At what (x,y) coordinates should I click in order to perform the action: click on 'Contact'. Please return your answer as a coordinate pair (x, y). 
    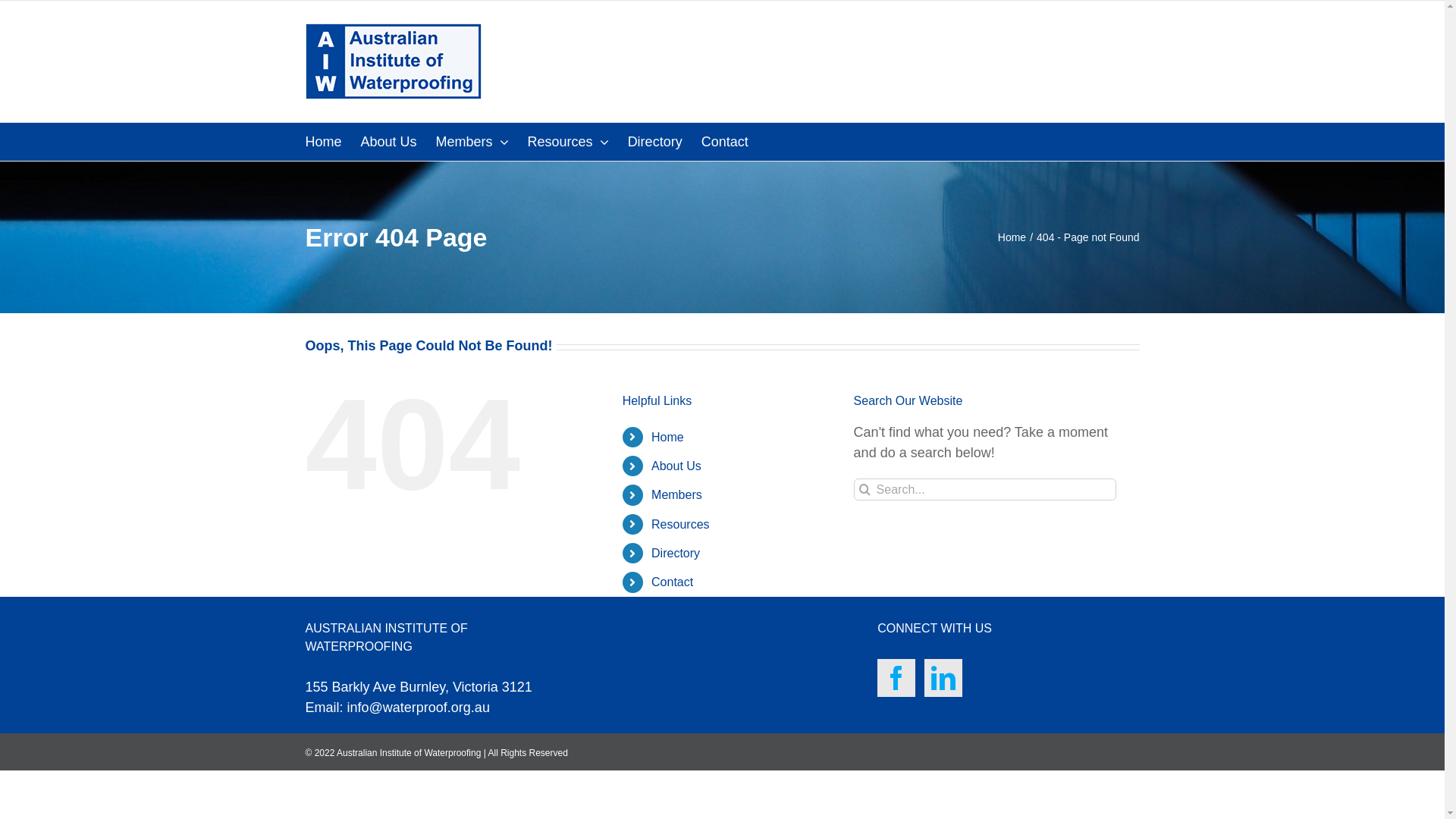
    Looking at the image, I should click on (671, 581).